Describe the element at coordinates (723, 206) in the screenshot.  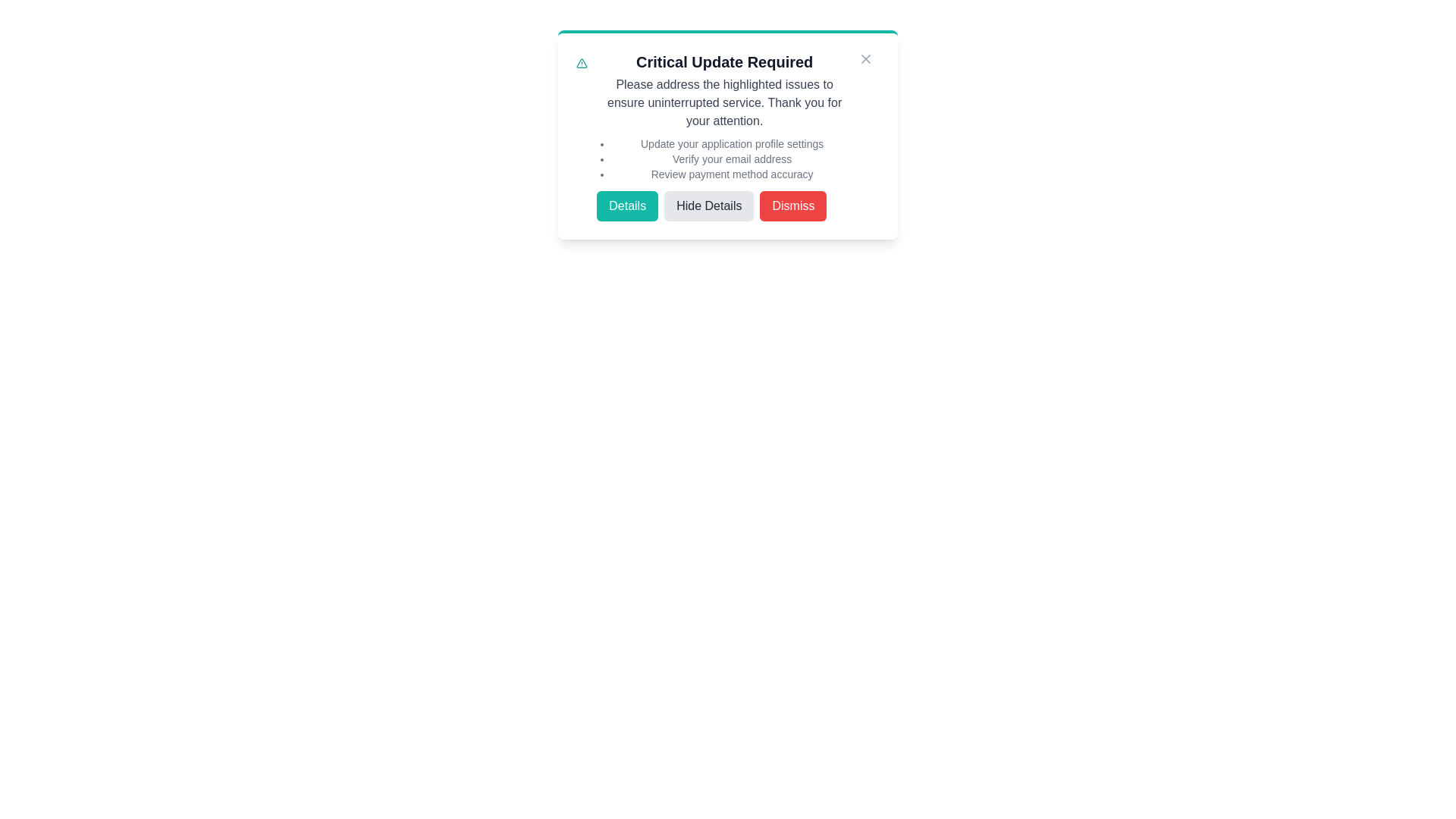
I see `the button that is positioned between the 'Details' button and the 'Dismiss' button in the modal to observe potential effects such as a color change` at that location.